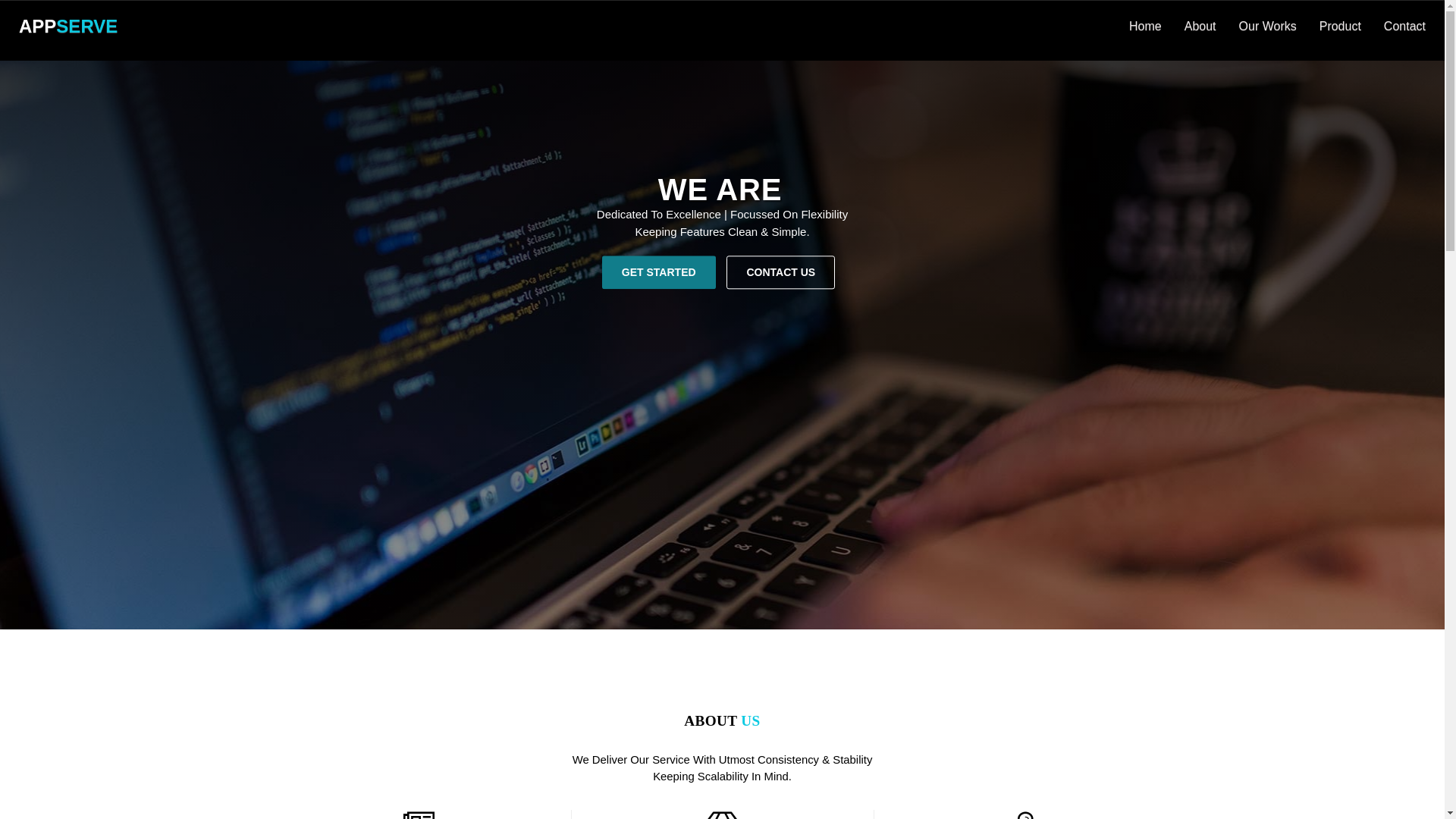 The height and width of the screenshot is (819, 1456). What do you see at coordinates (1307, 26) in the screenshot?
I see `'Product'` at bounding box center [1307, 26].